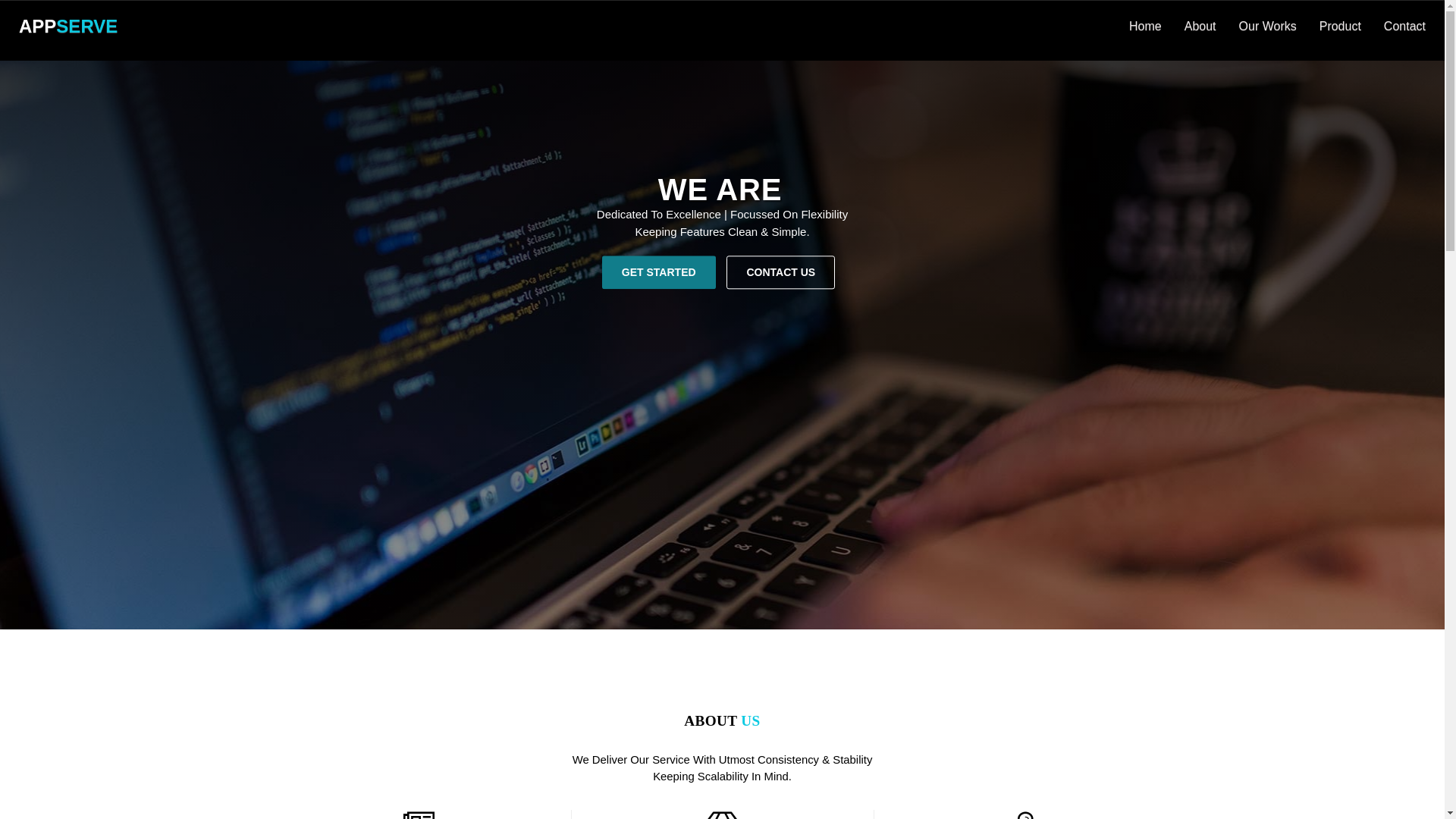 The height and width of the screenshot is (819, 1456). What do you see at coordinates (1307, 26) in the screenshot?
I see `'Product'` at bounding box center [1307, 26].